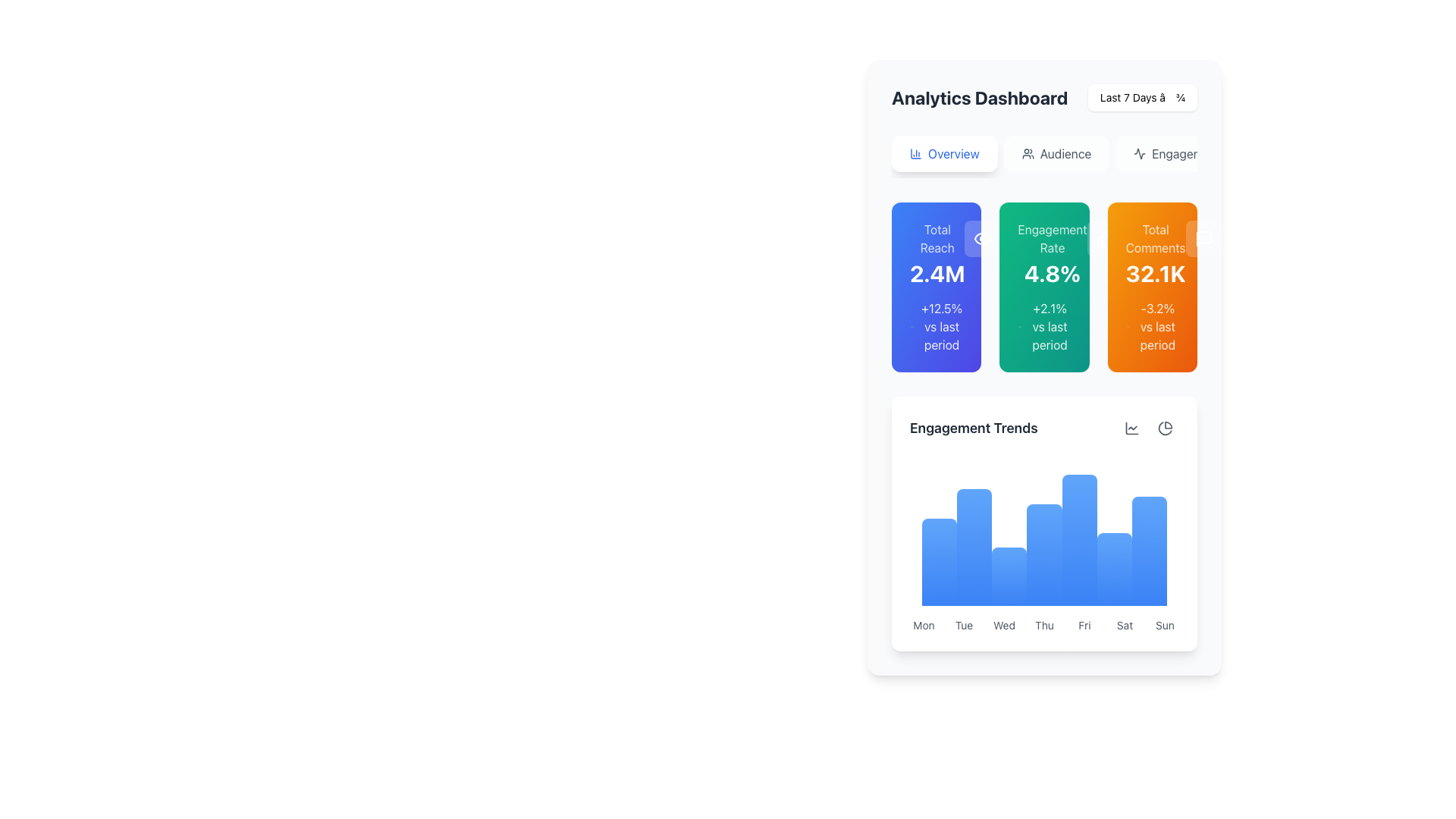  What do you see at coordinates (936, 287) in the screenshot?
I see `the 'Total Reach' widget on the dashboard, which features a gradient background from blue to indigo with the value '2.4M' prominently displayed` at bounding box center [936, 287].